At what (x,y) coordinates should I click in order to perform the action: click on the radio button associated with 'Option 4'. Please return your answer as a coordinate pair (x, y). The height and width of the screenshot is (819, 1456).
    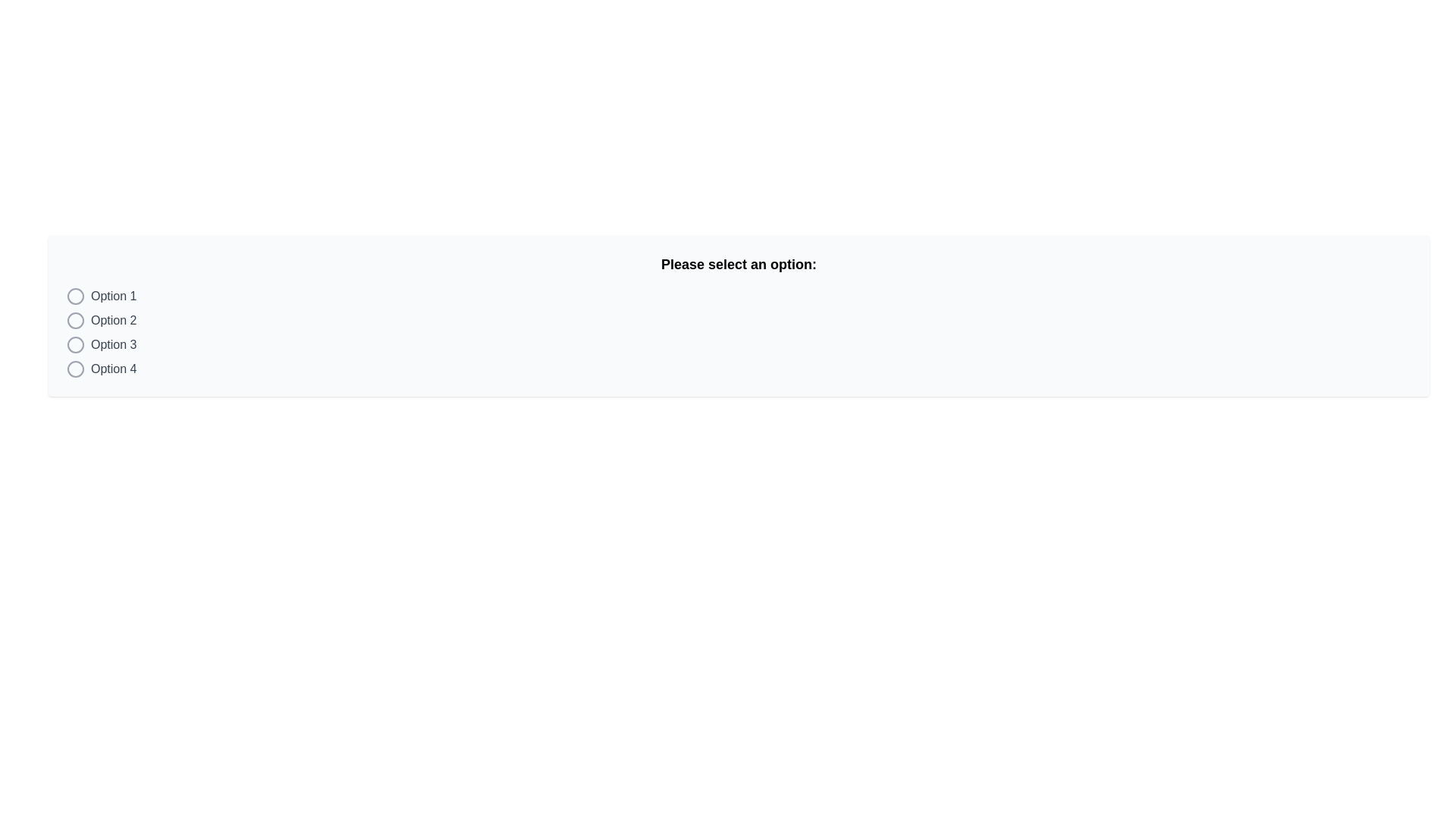
    Looking at the image, I should click on (75, 369).